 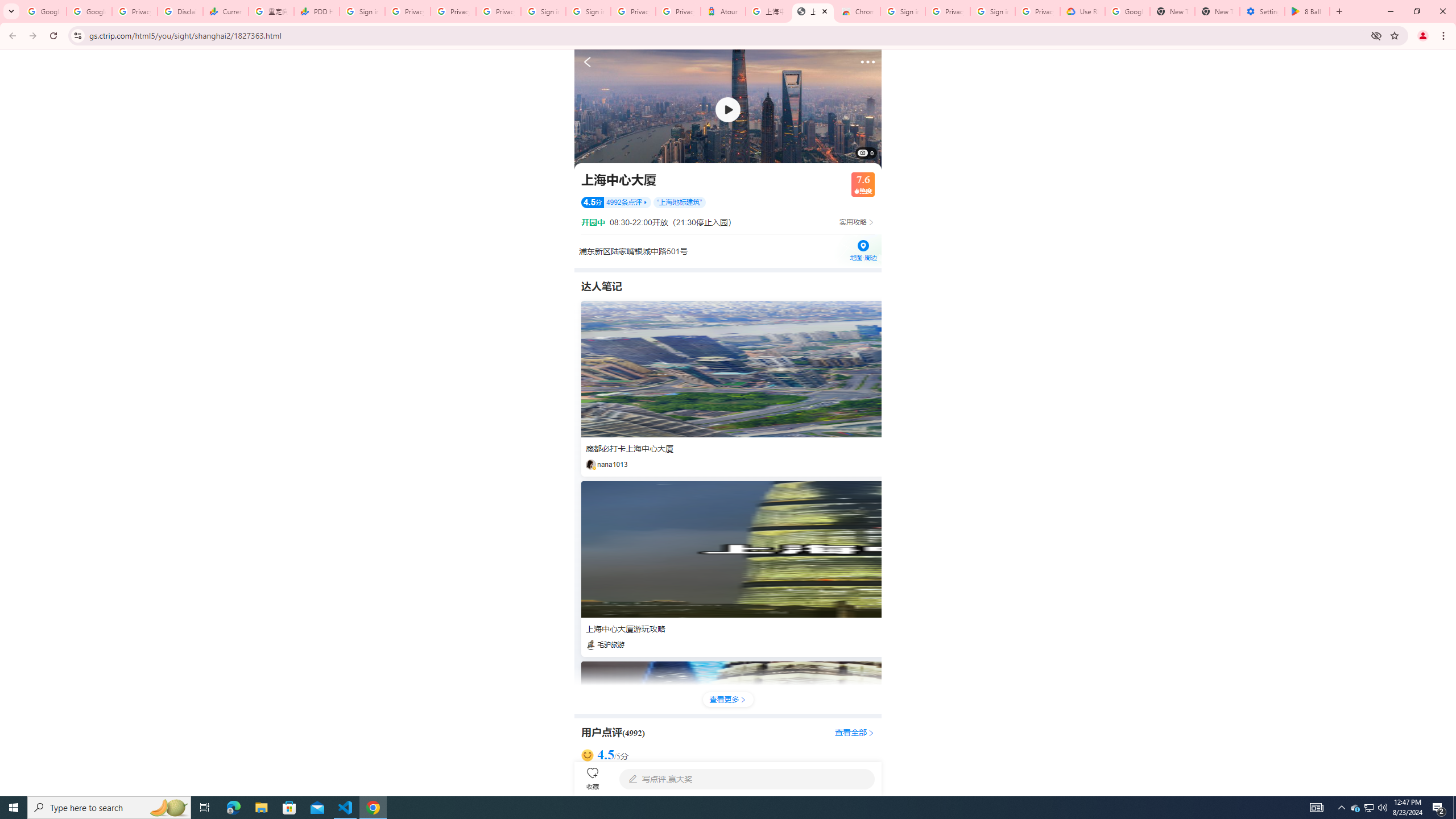 I want to click on 'Sign in - Google Accounts', so click(x=902, y=11).